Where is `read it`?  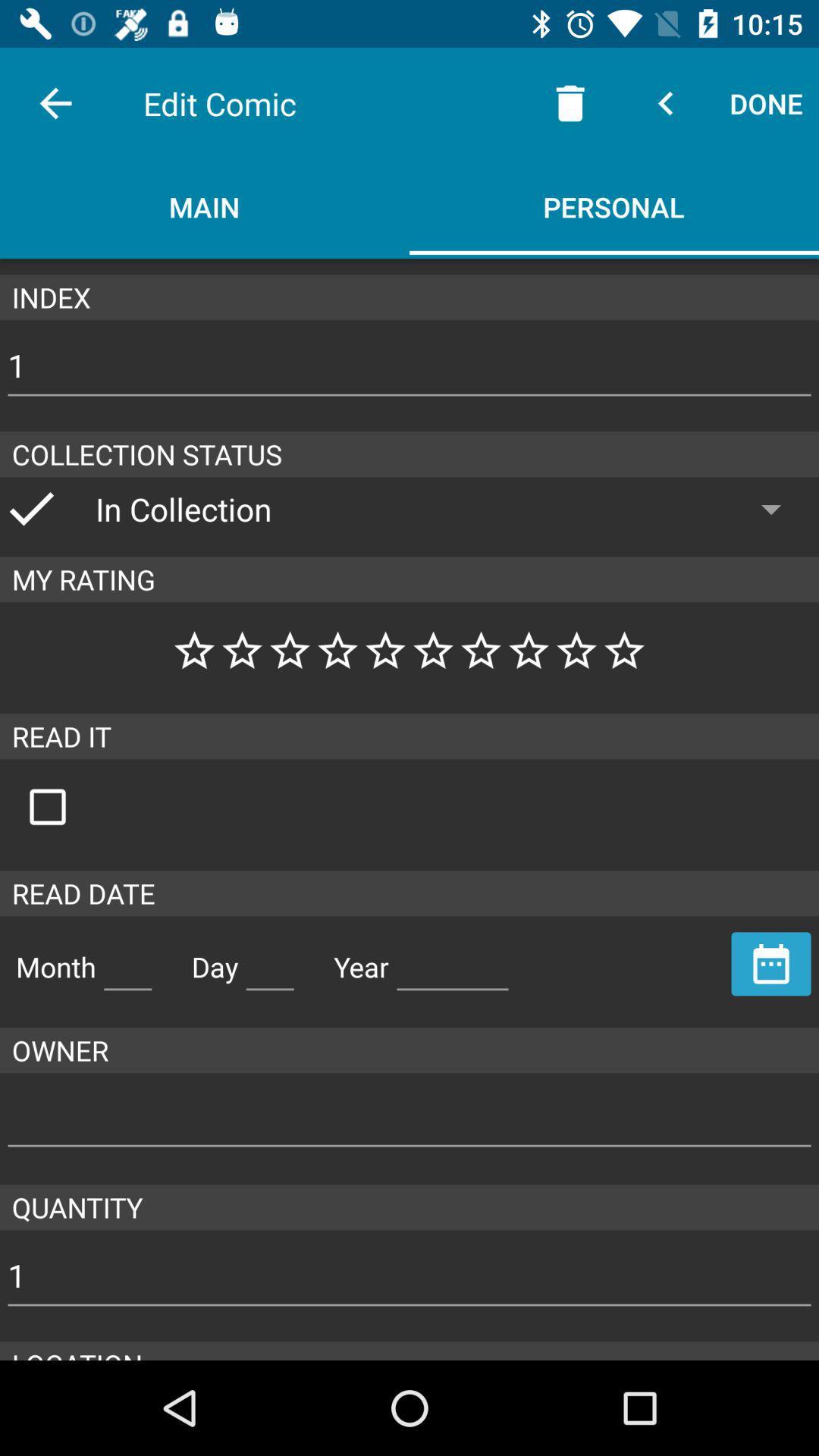 read it is located at coordinates (63, 806).